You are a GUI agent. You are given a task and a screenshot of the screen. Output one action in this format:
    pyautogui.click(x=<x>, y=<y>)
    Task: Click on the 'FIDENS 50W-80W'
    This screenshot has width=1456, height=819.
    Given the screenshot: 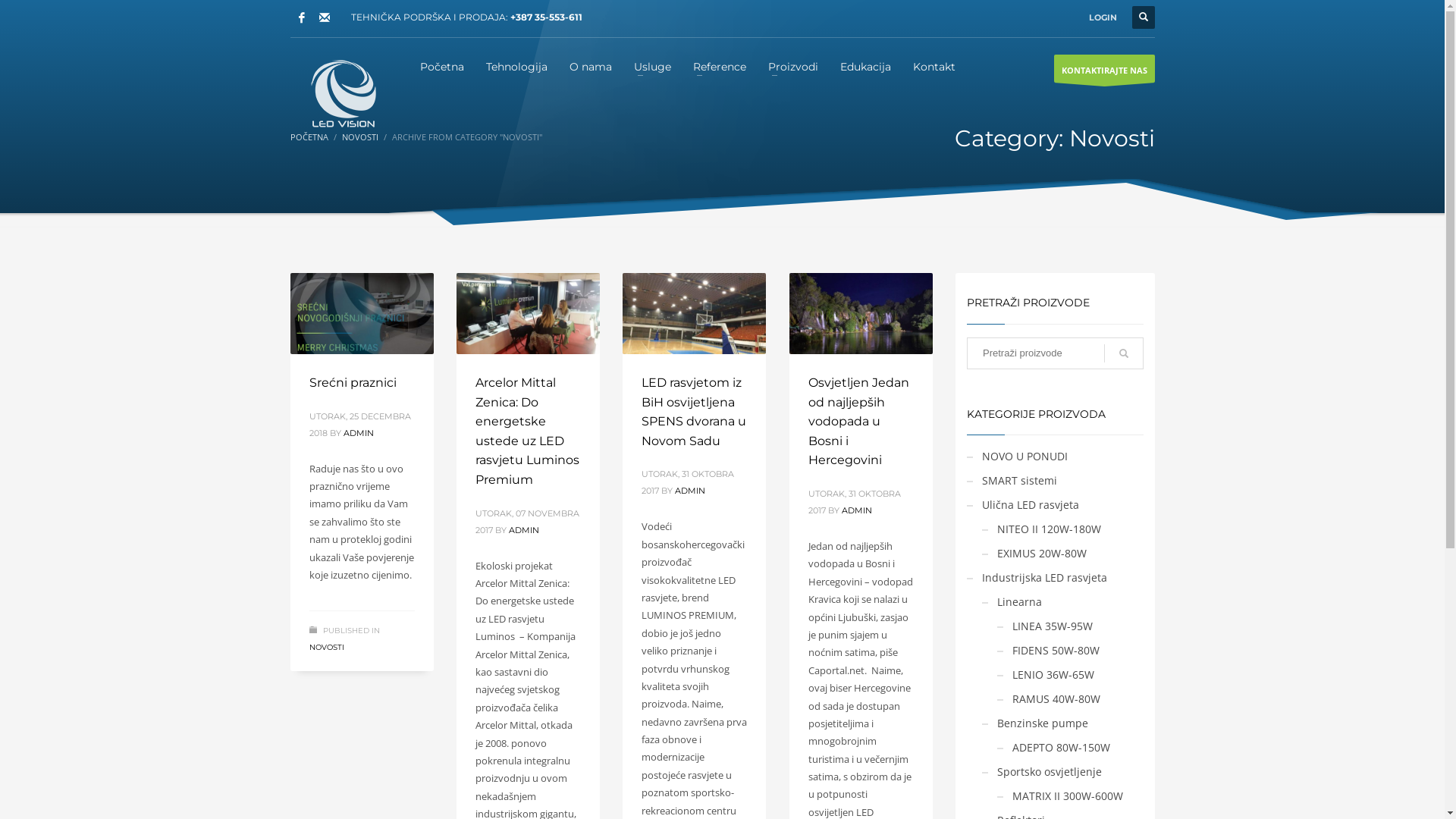 What is the action you would take?
    pyautogui.click(x=997, y=649)
    